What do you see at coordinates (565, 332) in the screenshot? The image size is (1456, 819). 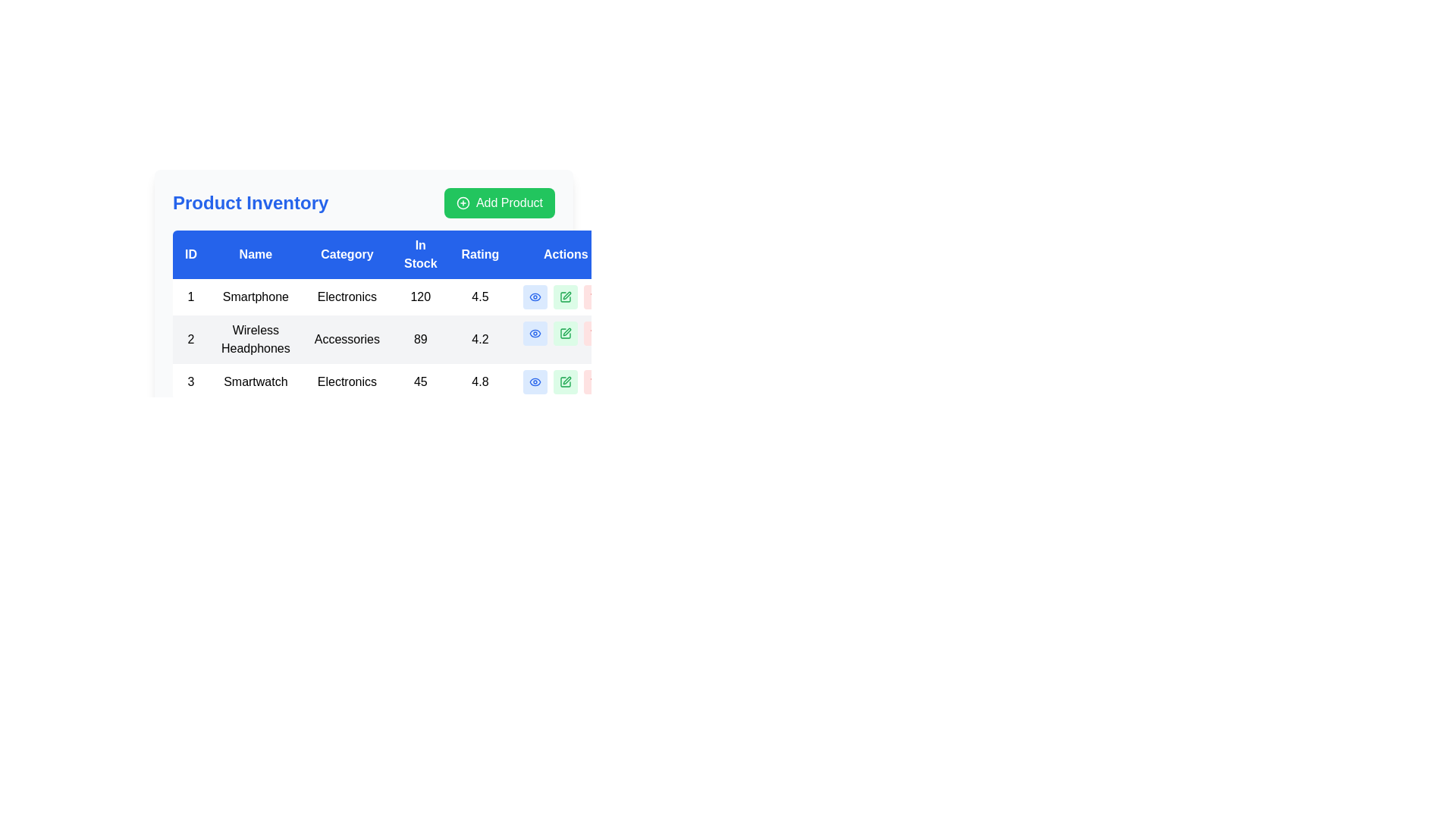 I see `the green button containing the stylized pen icon to initiate an action` at bounding box center [565, 332].